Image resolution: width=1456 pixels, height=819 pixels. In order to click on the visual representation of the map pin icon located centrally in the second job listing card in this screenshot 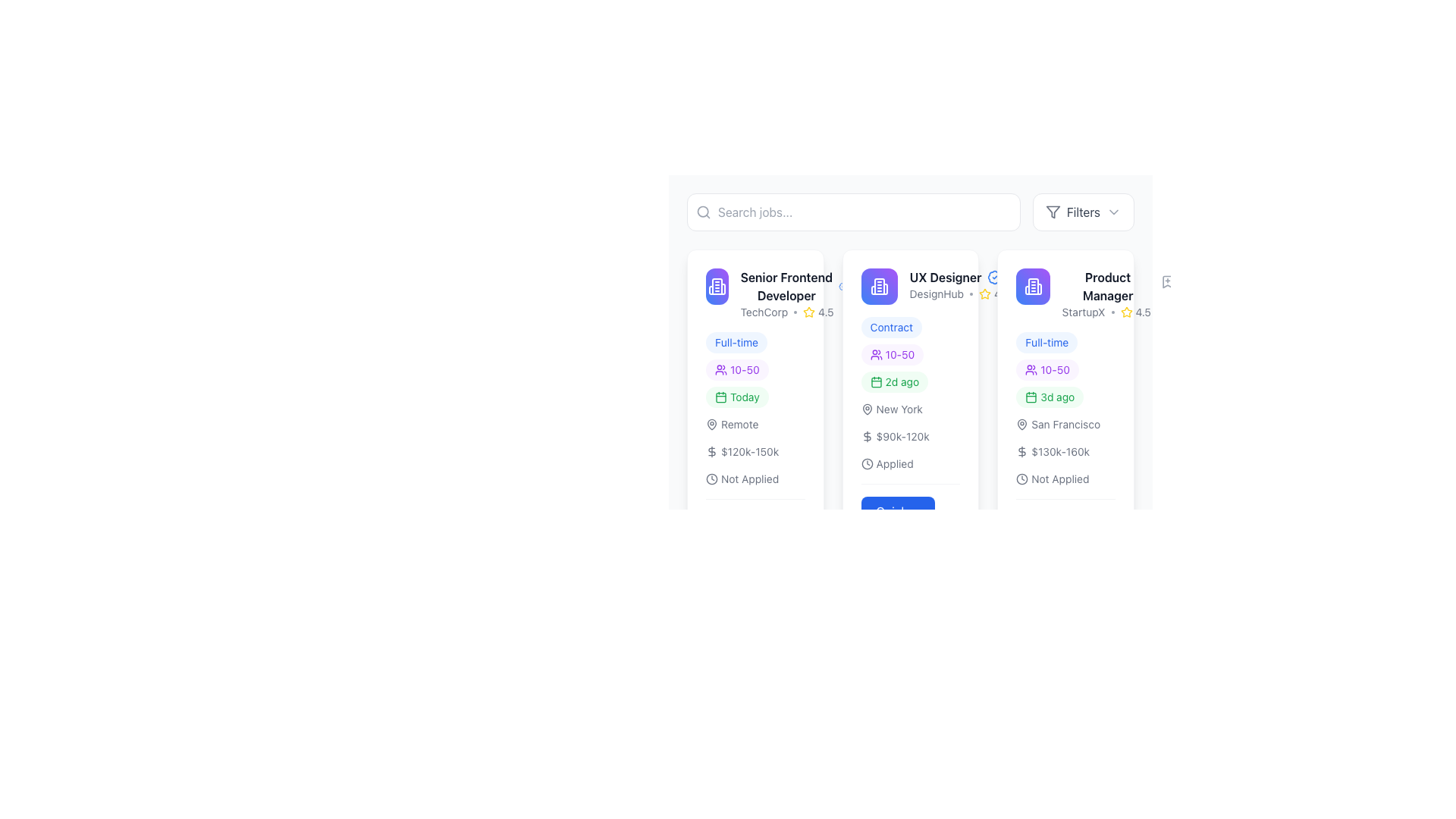, I will do `click(867, 409)`.